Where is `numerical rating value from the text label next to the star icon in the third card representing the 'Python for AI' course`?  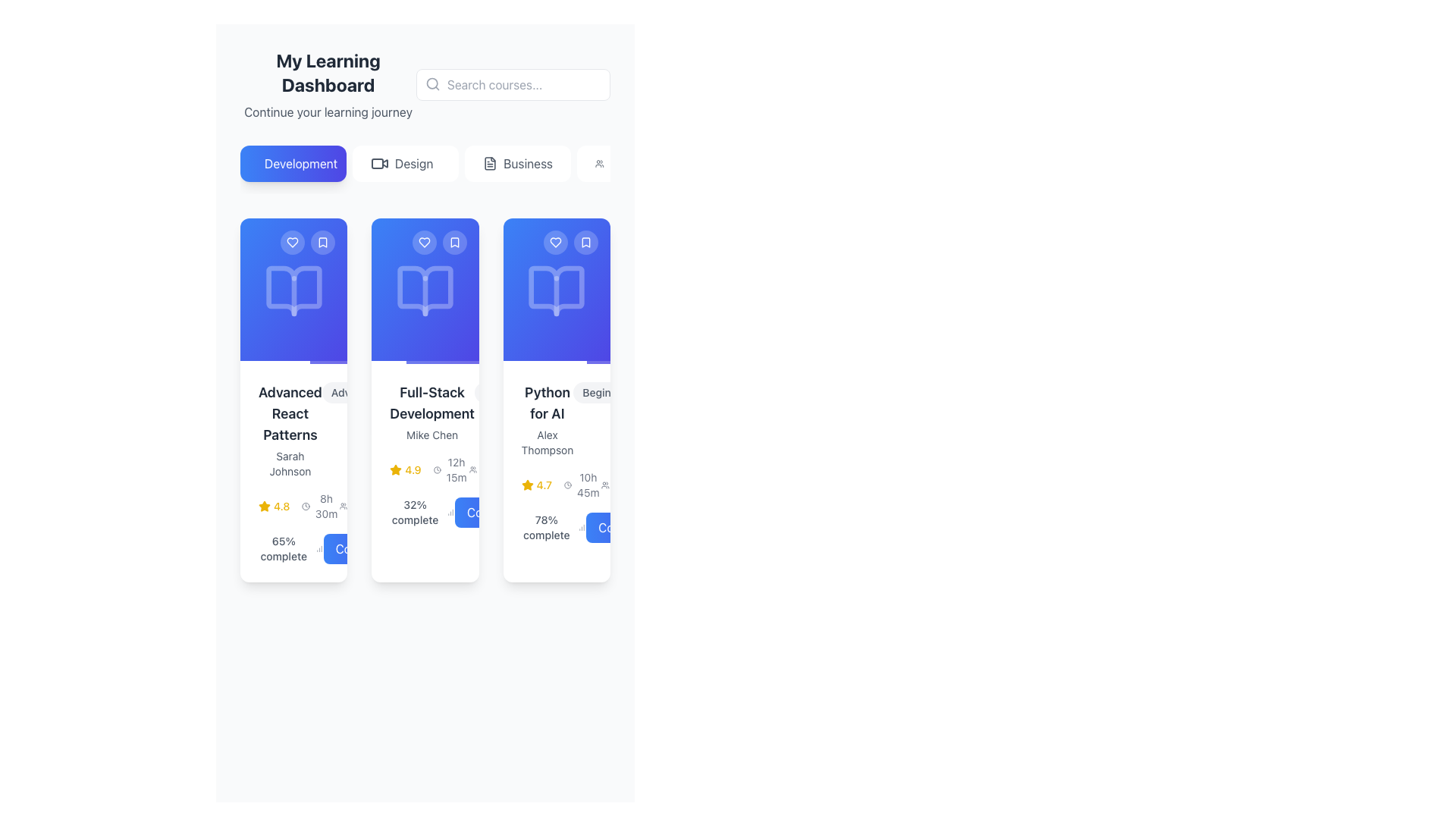 numerical rating value from the text label next to the star icon in the third card representing the 'Python for AI' course is located at coordinates (544, 485).